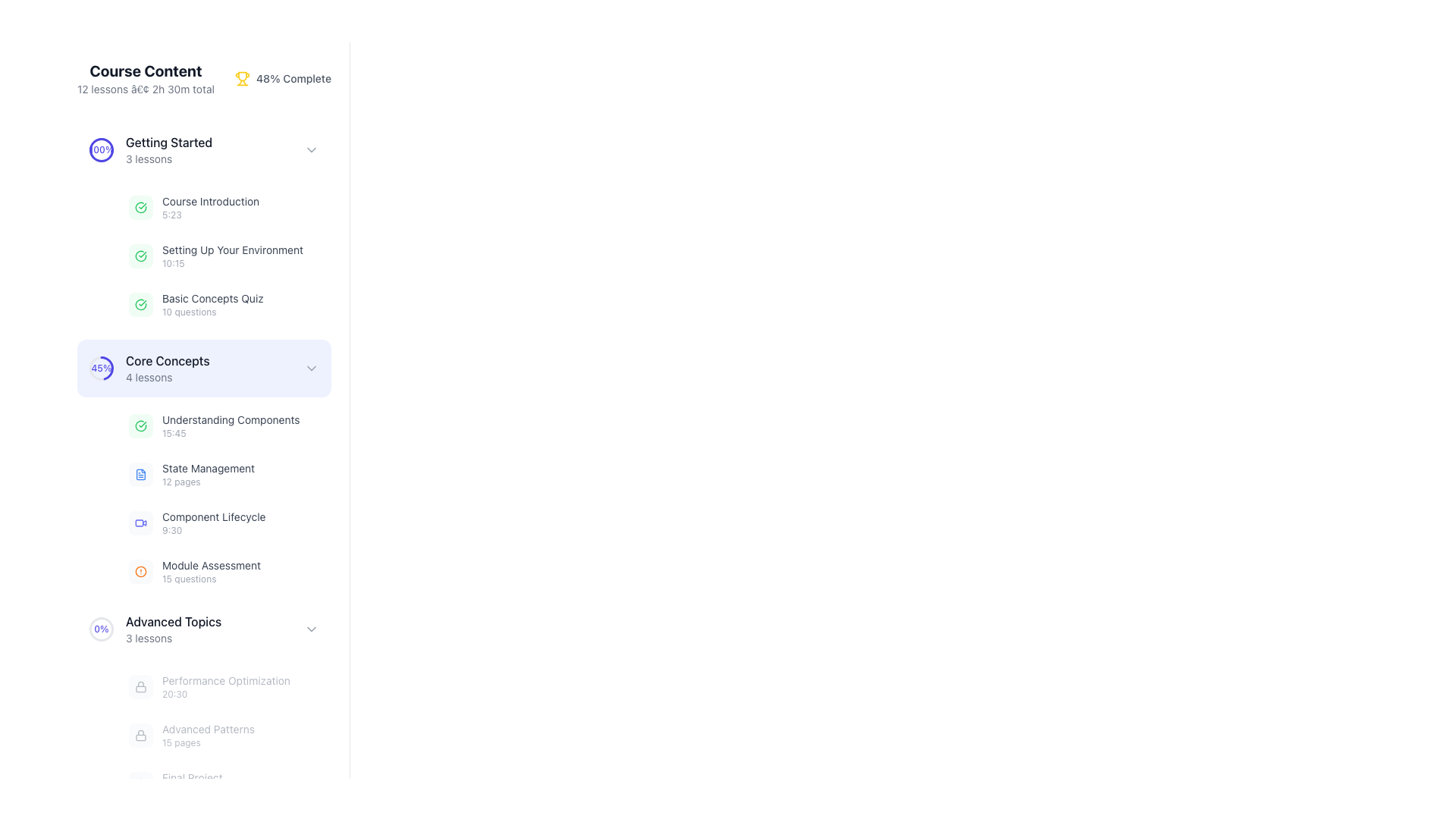  What do you see at coordinates (141, 256) in the screenshot?
I see `the presence and status-indicating color of the completion icon located next to the 'Course Introduction' lesson in the 'Getting Started' section of the left-hand panel` at bounding box center [141, 256].